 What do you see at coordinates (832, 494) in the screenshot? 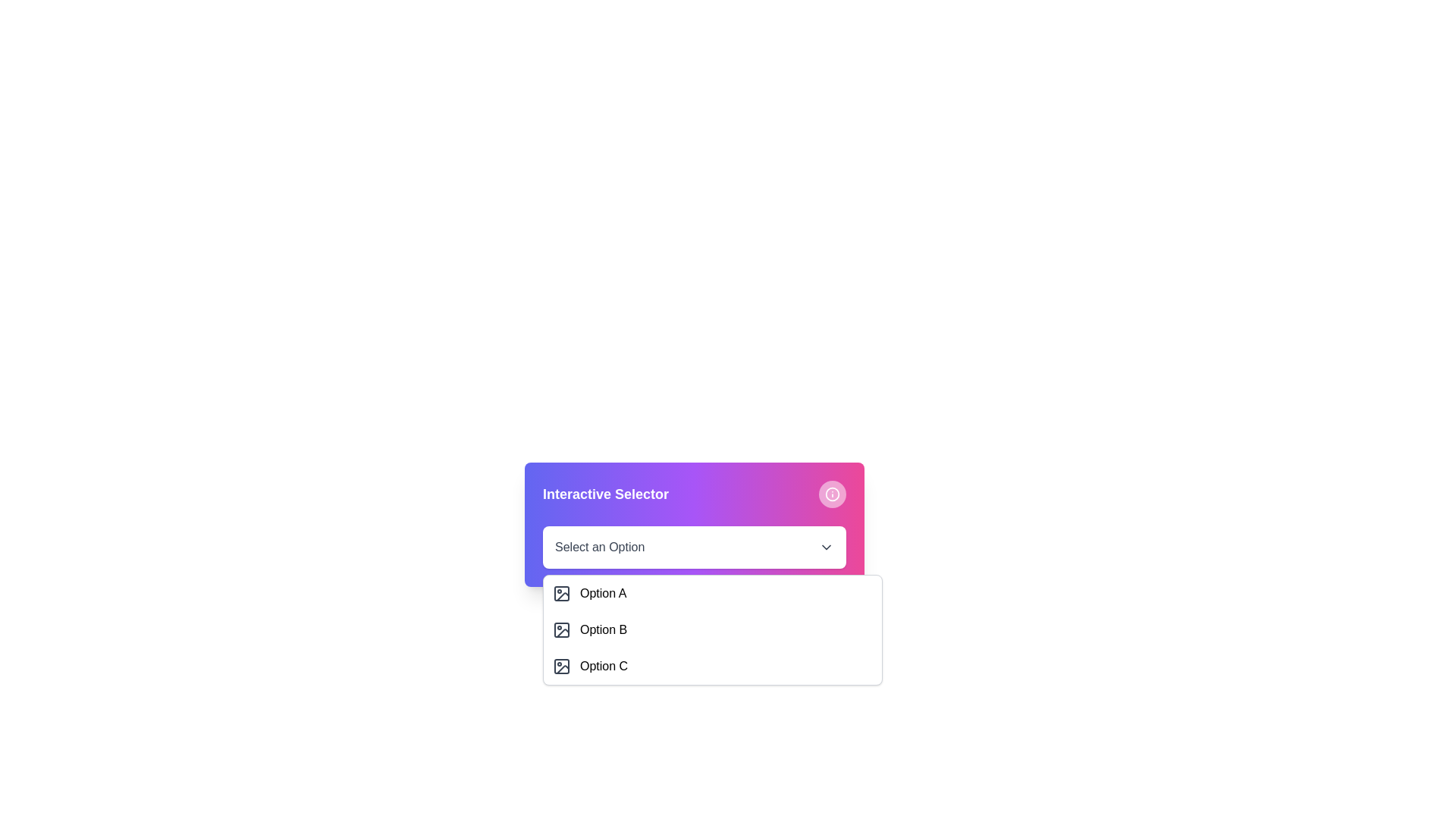
I see `the central circle of the 'info' icon located at the top-right corner of the panel, which visually enhances the icon to signify additional options or context` at bounding box center [832, 494].